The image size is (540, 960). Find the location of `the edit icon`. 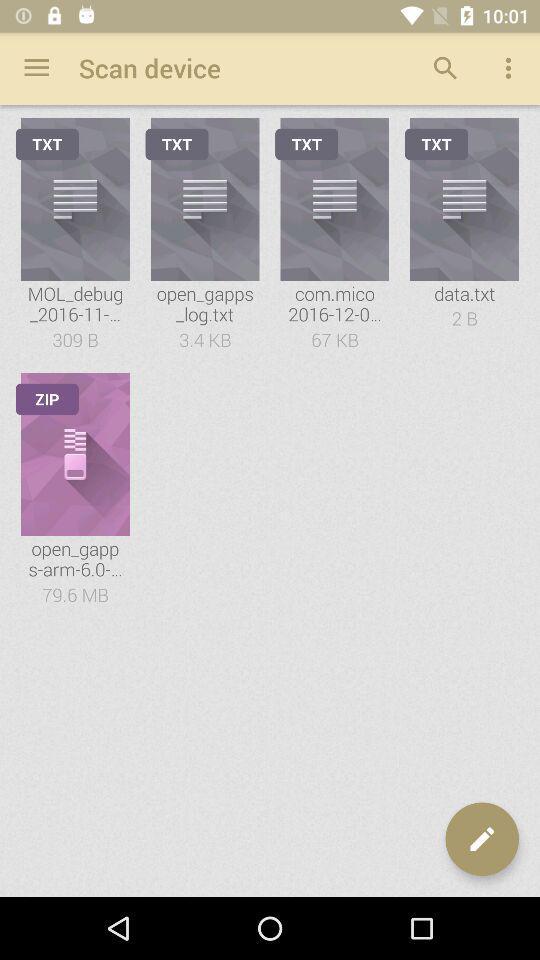

the edit icon is located at coordinates (481, 839).